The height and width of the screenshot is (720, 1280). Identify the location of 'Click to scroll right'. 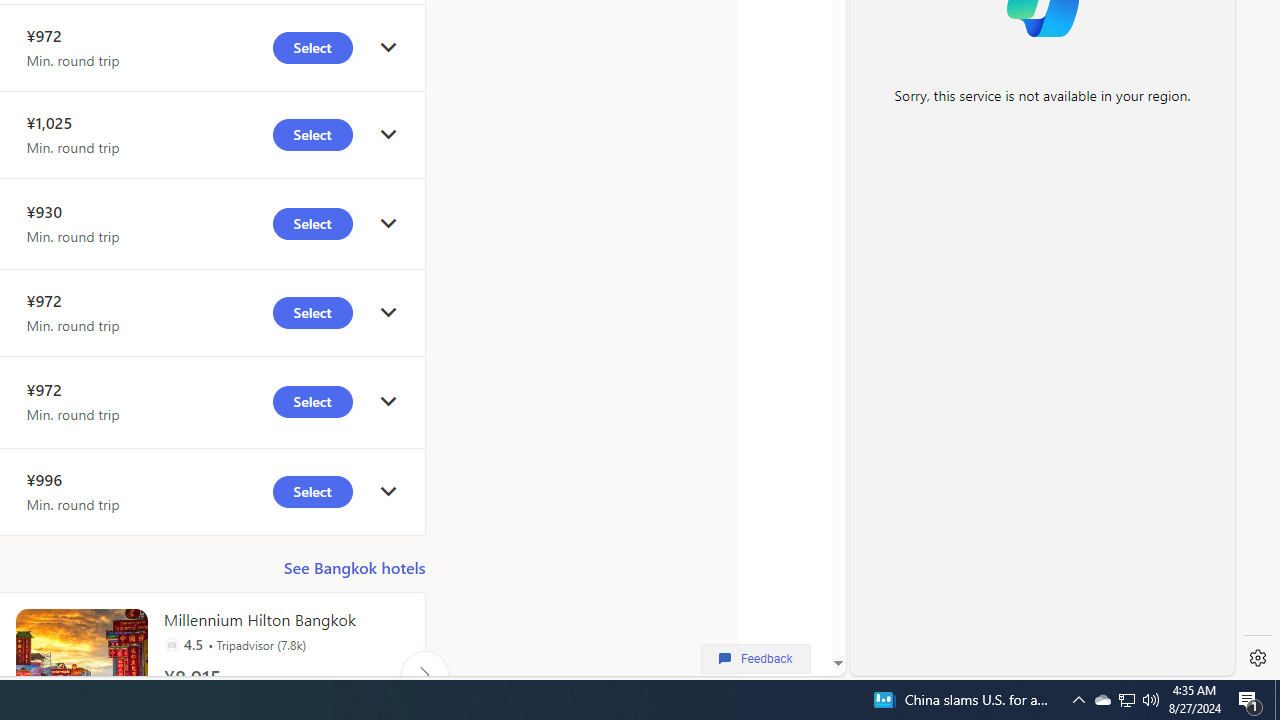
(423, 674).